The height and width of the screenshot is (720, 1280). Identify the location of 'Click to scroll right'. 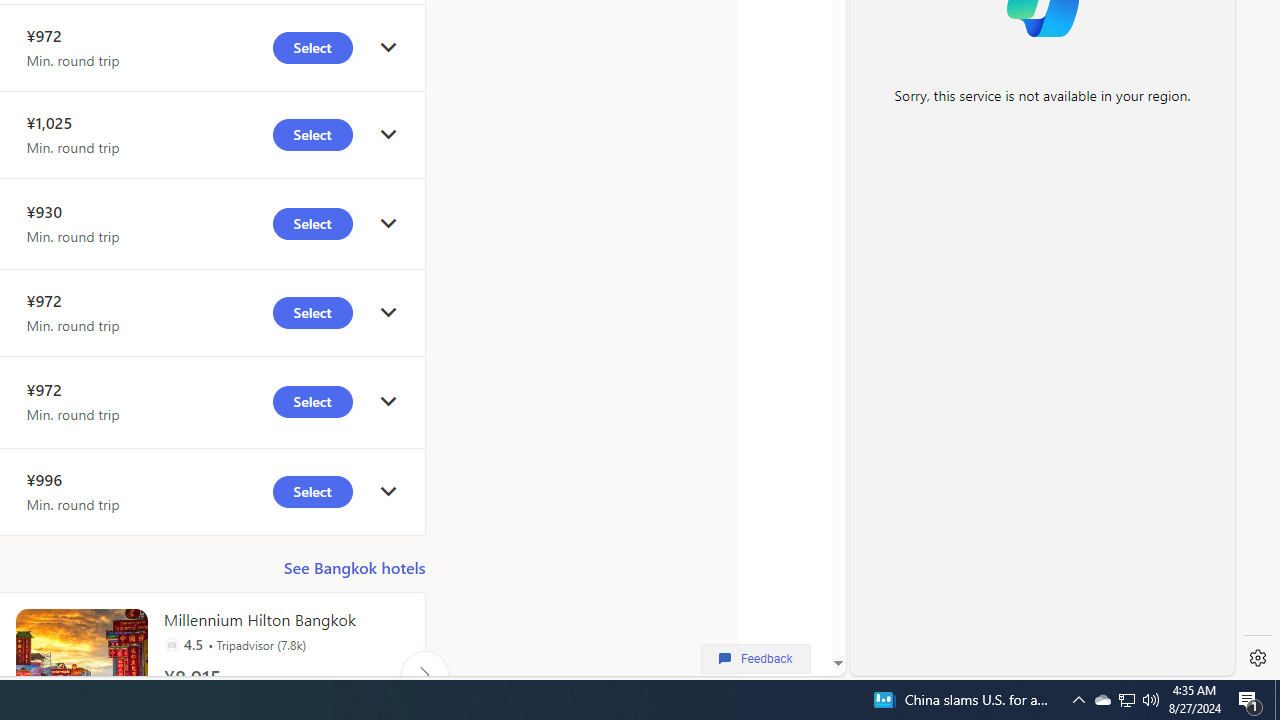
(423, 674).